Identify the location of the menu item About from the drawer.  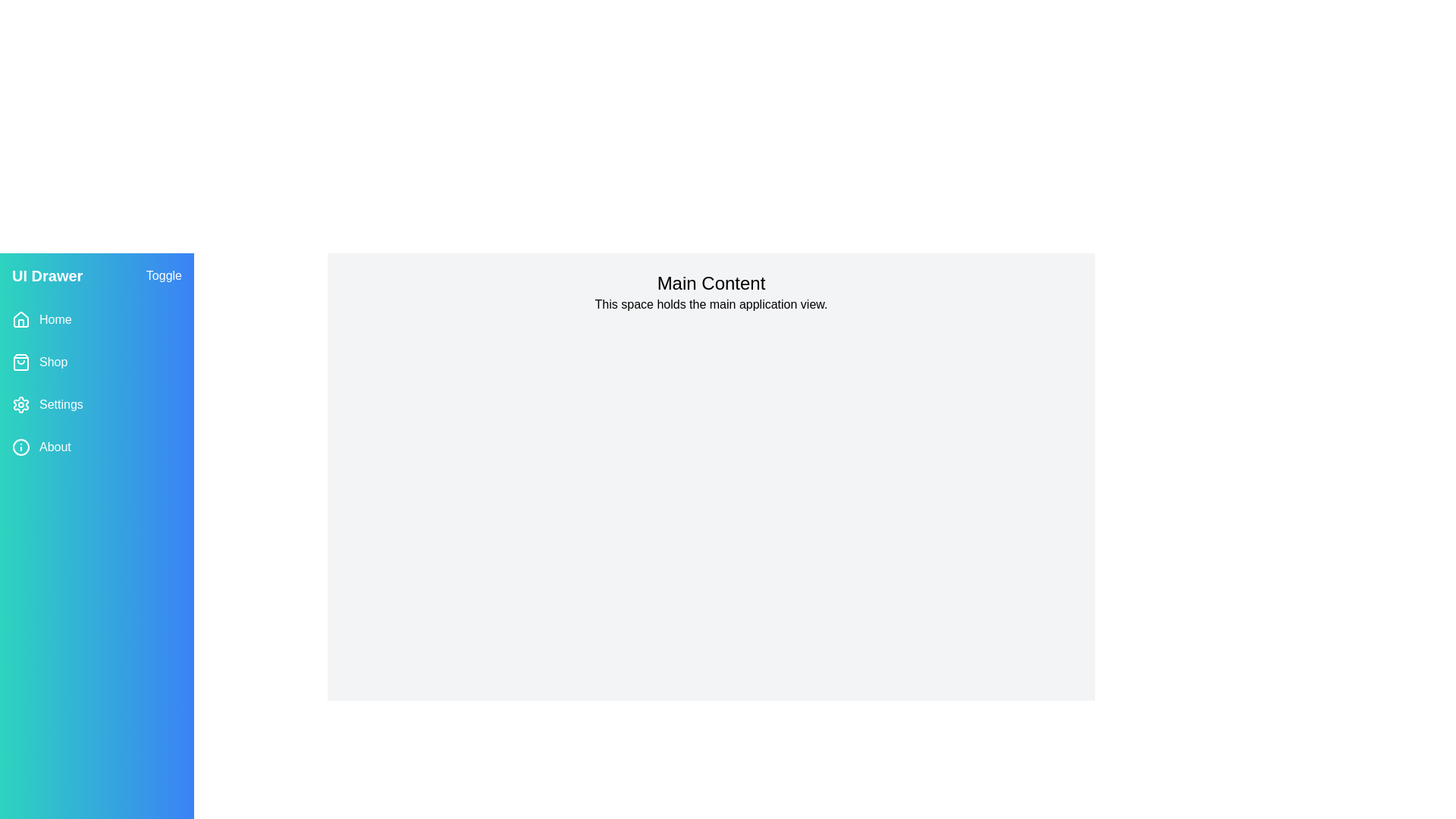
(96, 447).